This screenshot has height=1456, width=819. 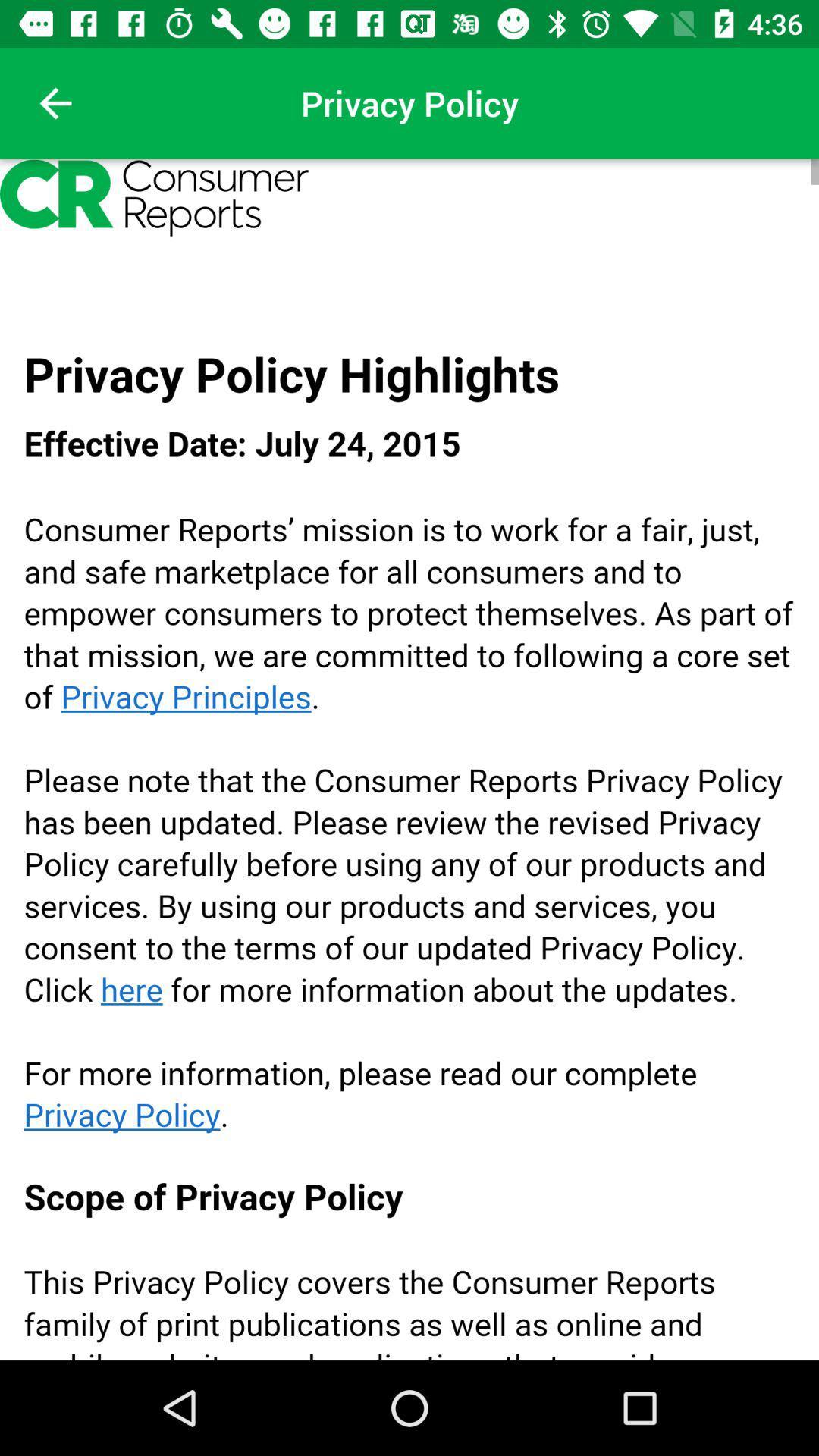 What do you see at coordinates (55, 102) in the screenshot?
I see `go back` at bounding box center [55, 102].